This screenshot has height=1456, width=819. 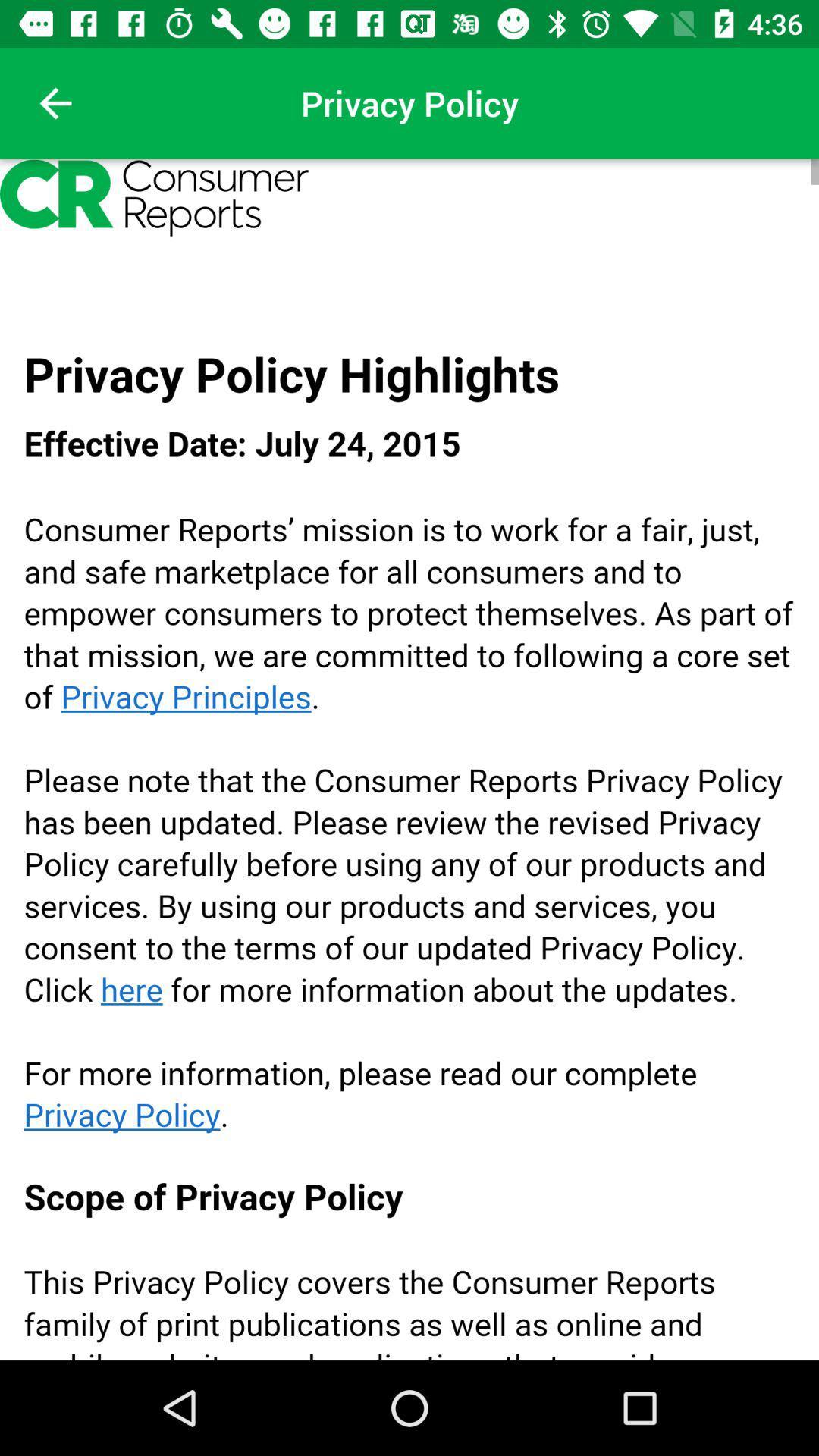 What do you see at coordinates (55, 102) in the screenshot?
I see `go back` at bounding box center [55, 102].